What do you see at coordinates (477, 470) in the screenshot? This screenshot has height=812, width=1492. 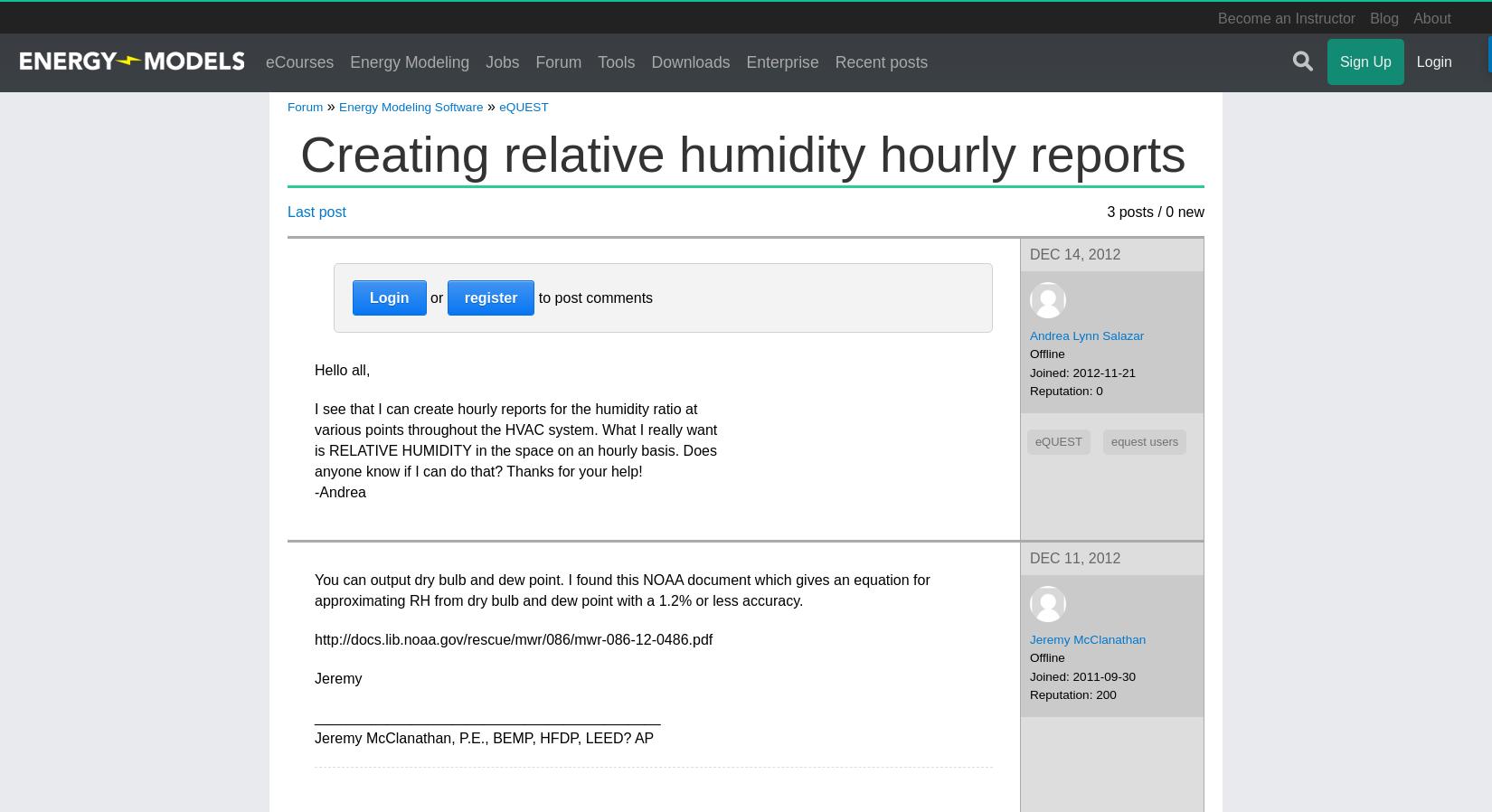 I see `'anyone know if I can do that?  Thanks for your help!'` at bounding box center [477, 470].